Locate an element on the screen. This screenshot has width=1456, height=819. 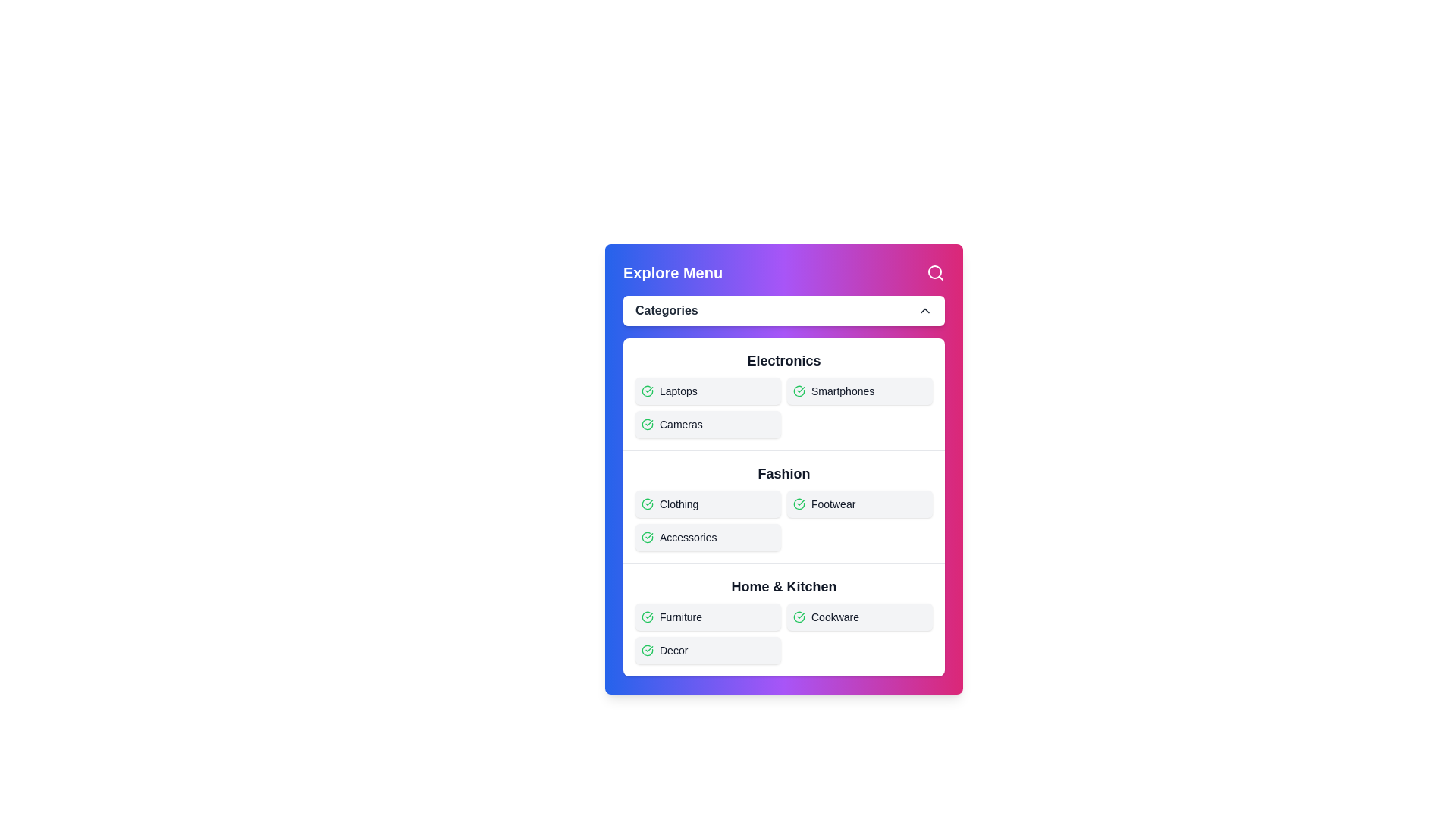
the 'Clothing' button in the 'Fashion' section to change its background shade is located at coordinates (708, 504).